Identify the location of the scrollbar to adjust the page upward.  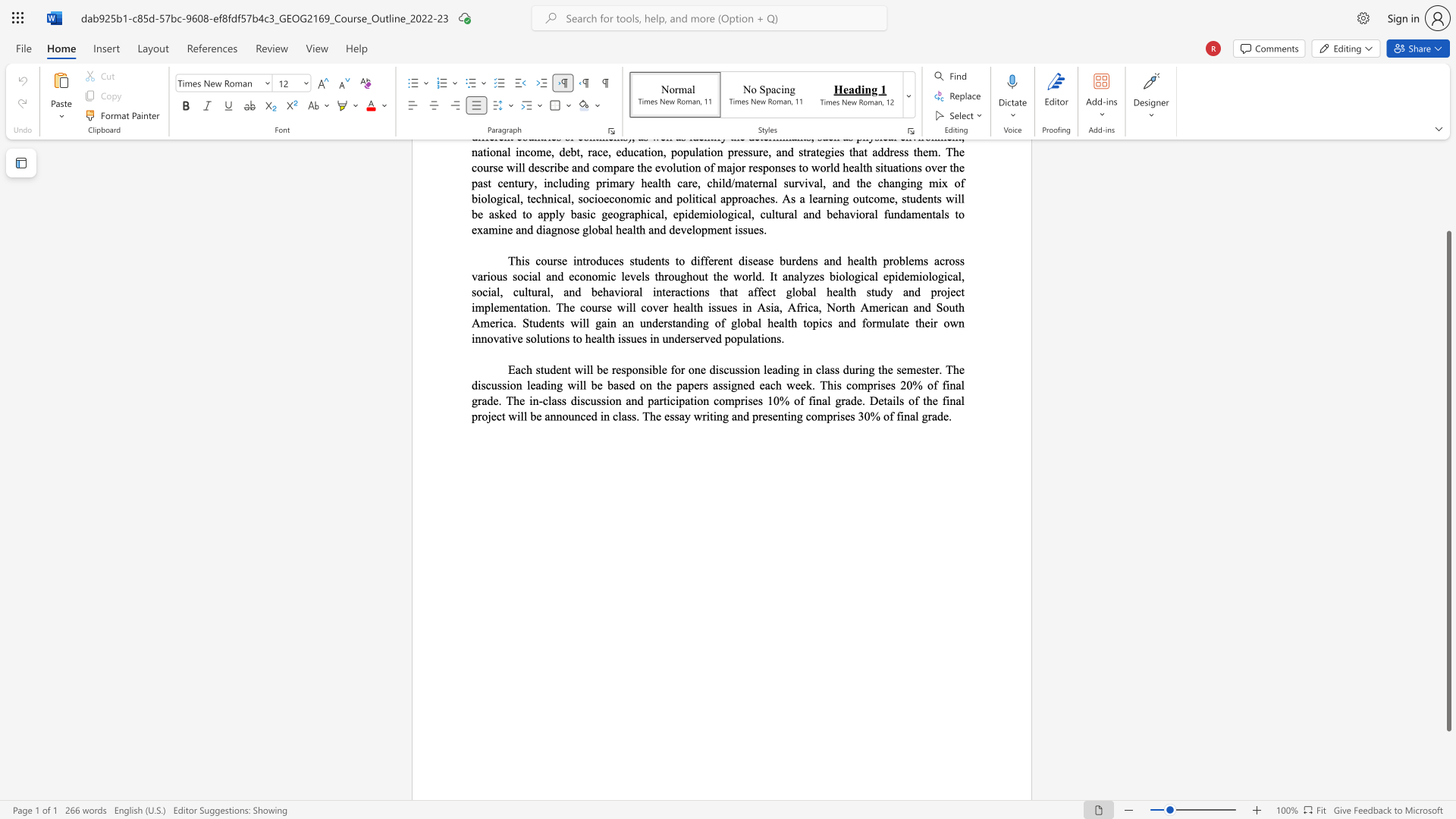
(1448, 219).